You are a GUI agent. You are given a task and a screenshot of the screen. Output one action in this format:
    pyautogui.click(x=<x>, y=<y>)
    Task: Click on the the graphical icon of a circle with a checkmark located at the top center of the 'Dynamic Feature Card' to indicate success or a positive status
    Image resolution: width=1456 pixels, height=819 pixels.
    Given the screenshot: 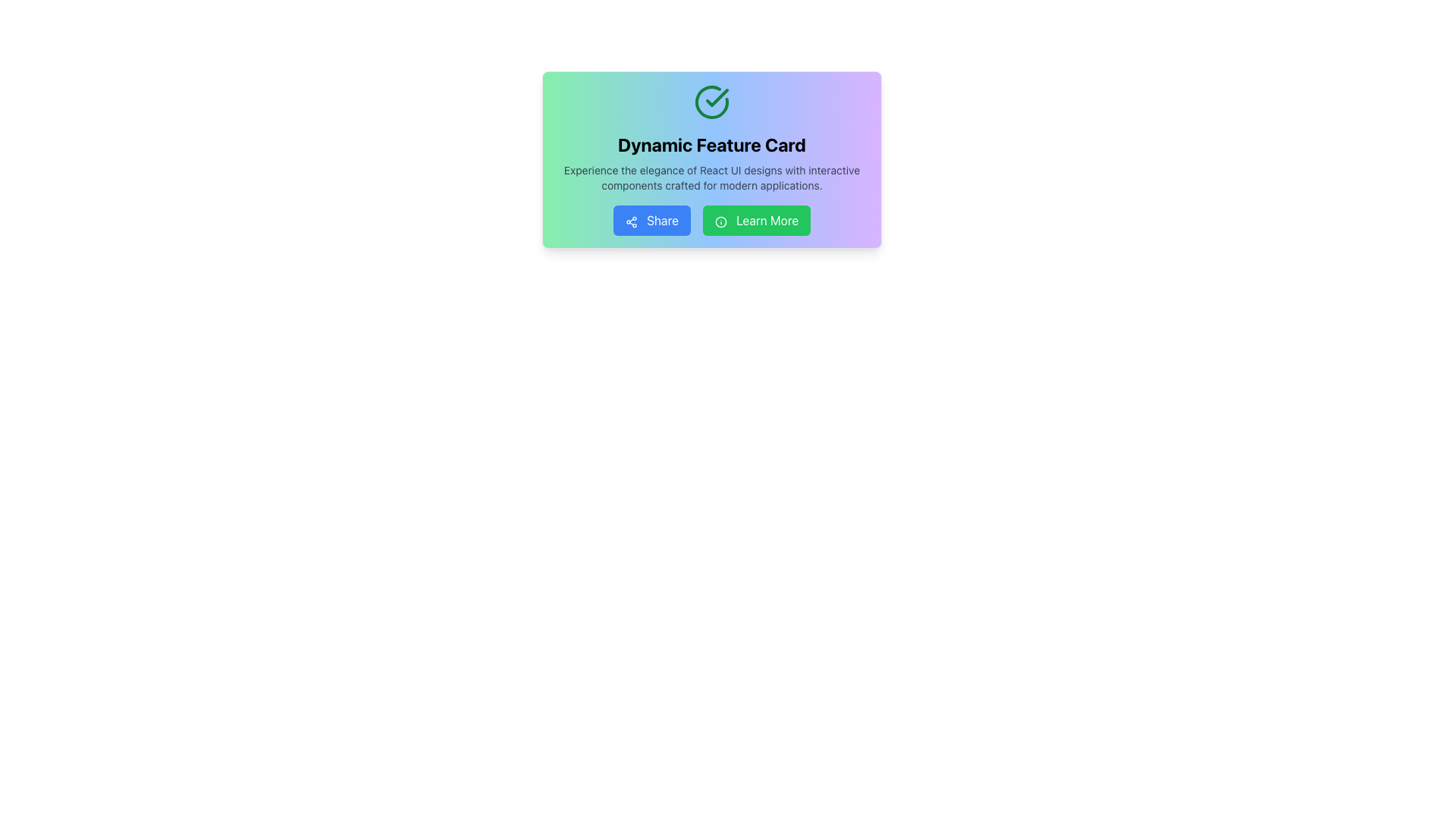 What is the action you would take?
    pyautogui.click(x=711, y=102)
    